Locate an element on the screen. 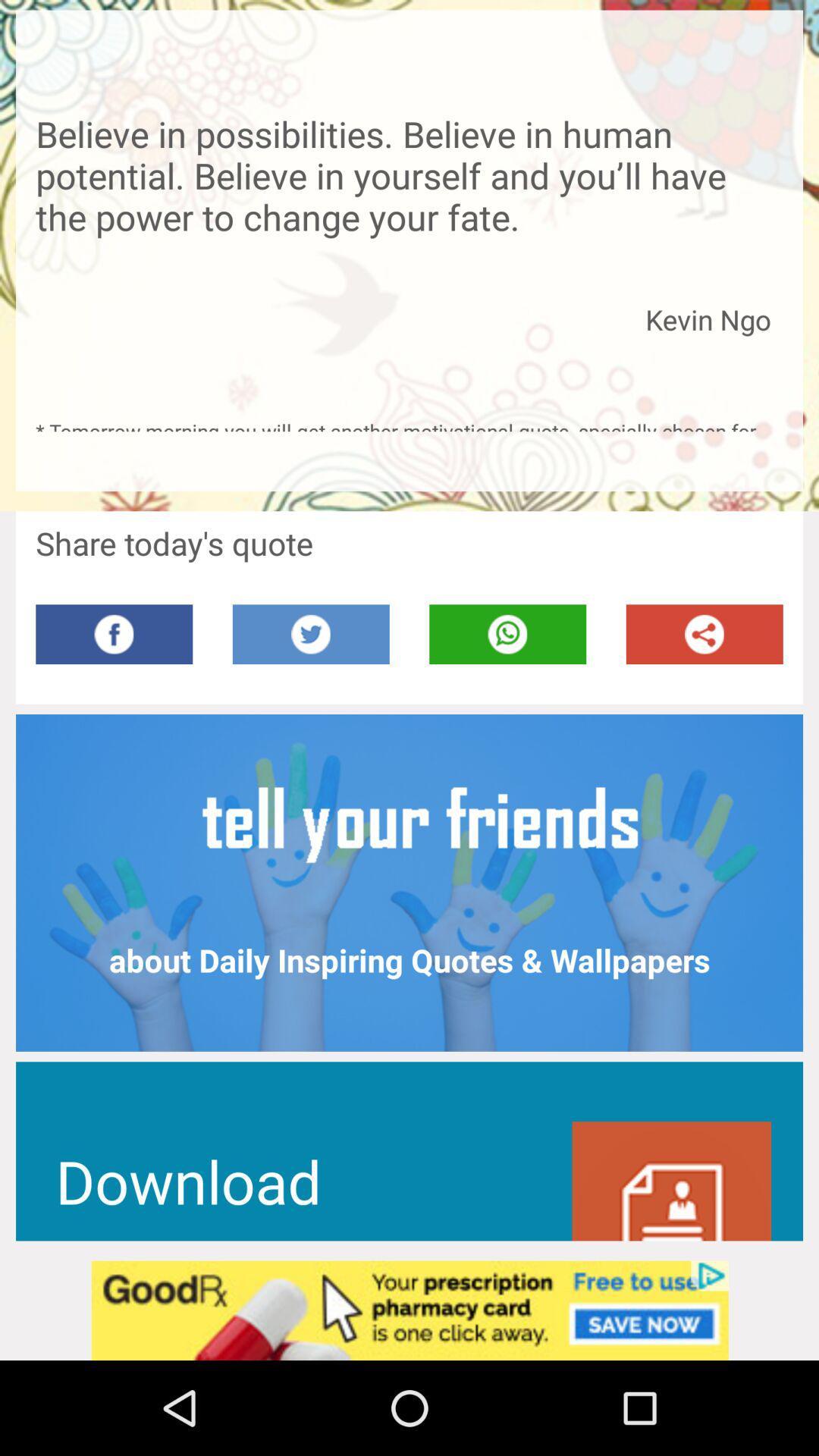 The width and height of the screenshot is (819, 1456). share the article is located at coordinates (704, 634).